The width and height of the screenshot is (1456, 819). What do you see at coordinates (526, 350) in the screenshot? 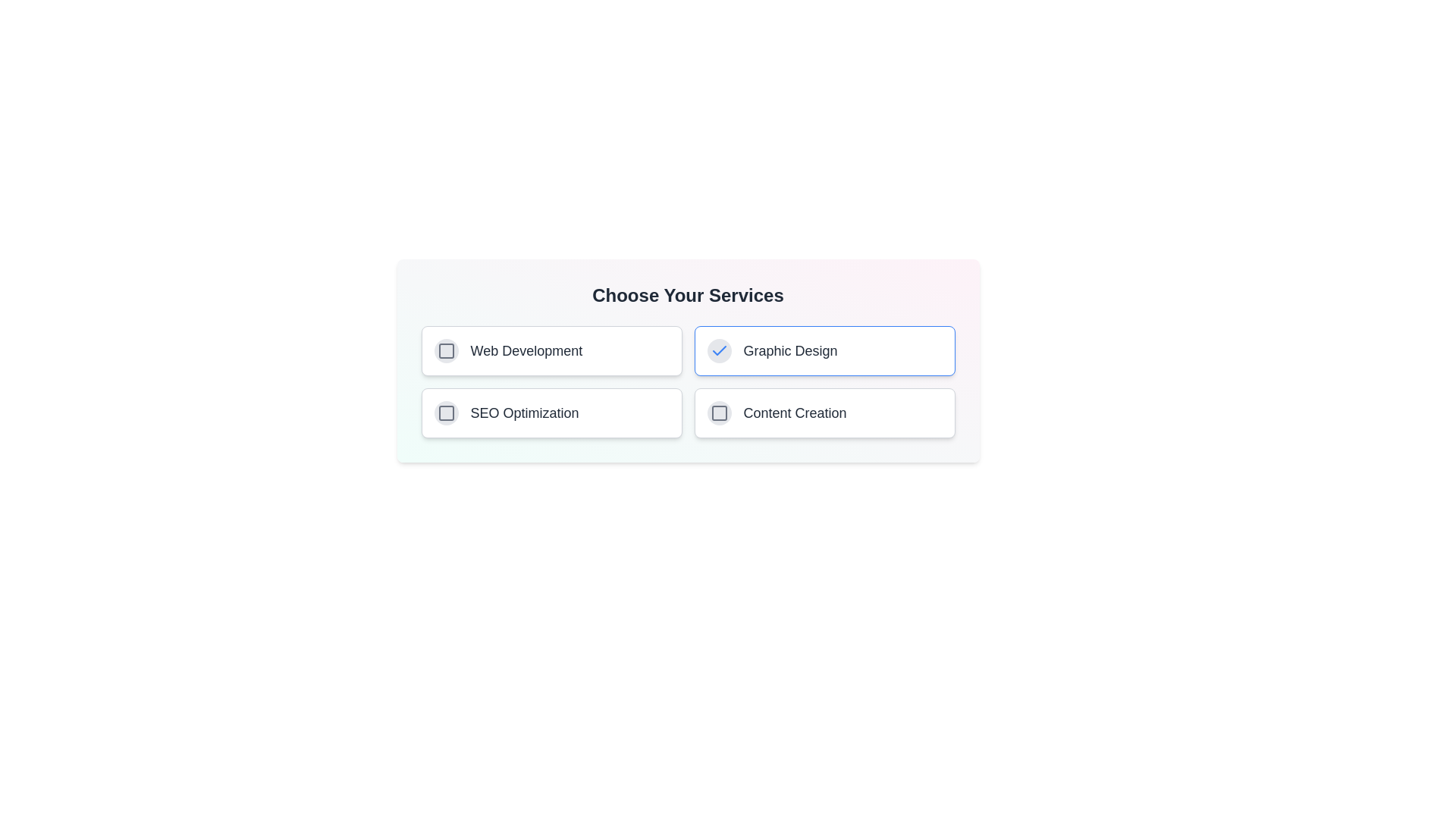
I see `the service labeled Web Development` at bounding box center [526, 350].